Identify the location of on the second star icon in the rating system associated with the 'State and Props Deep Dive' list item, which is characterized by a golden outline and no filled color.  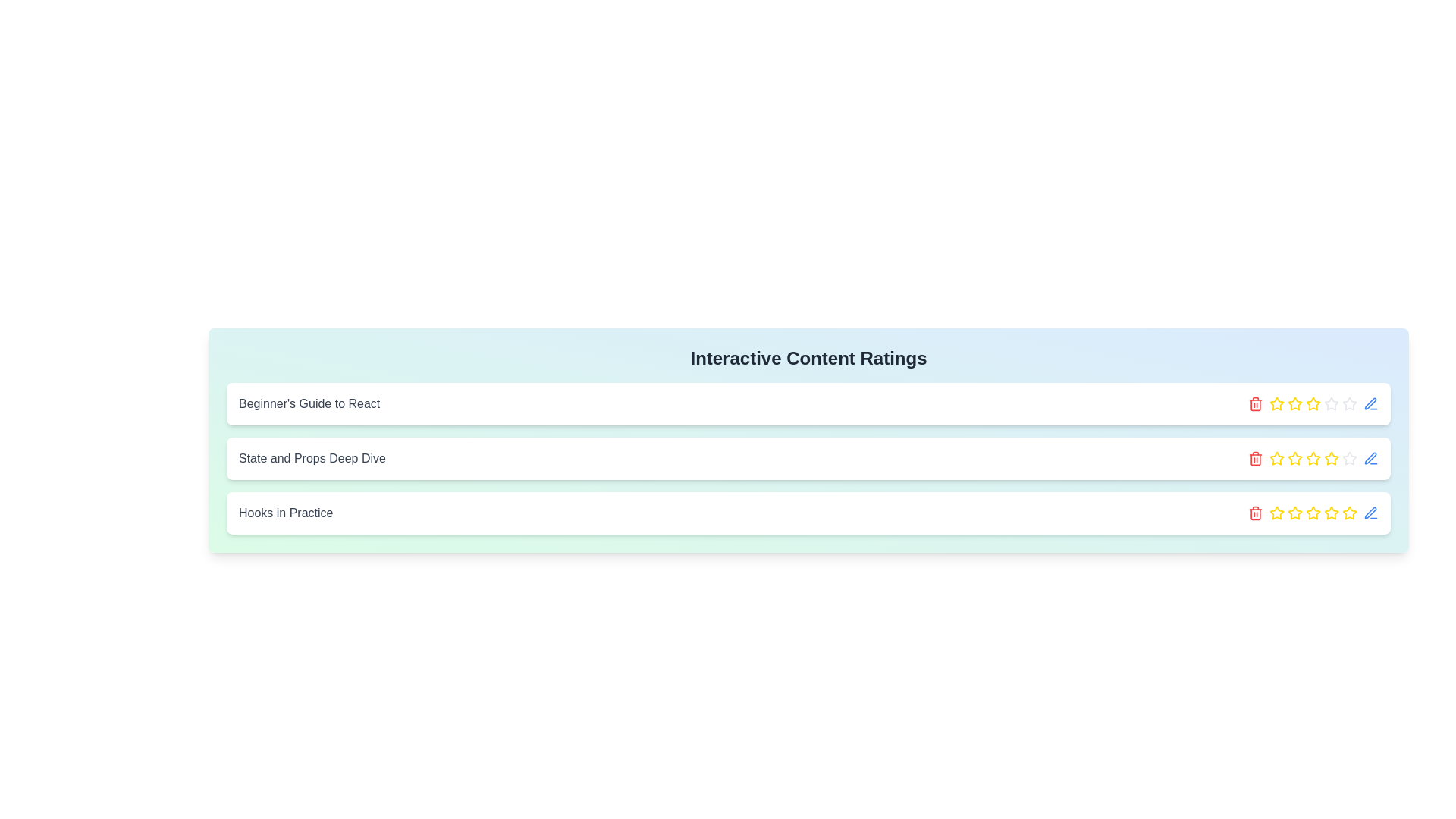
(1276, 403).